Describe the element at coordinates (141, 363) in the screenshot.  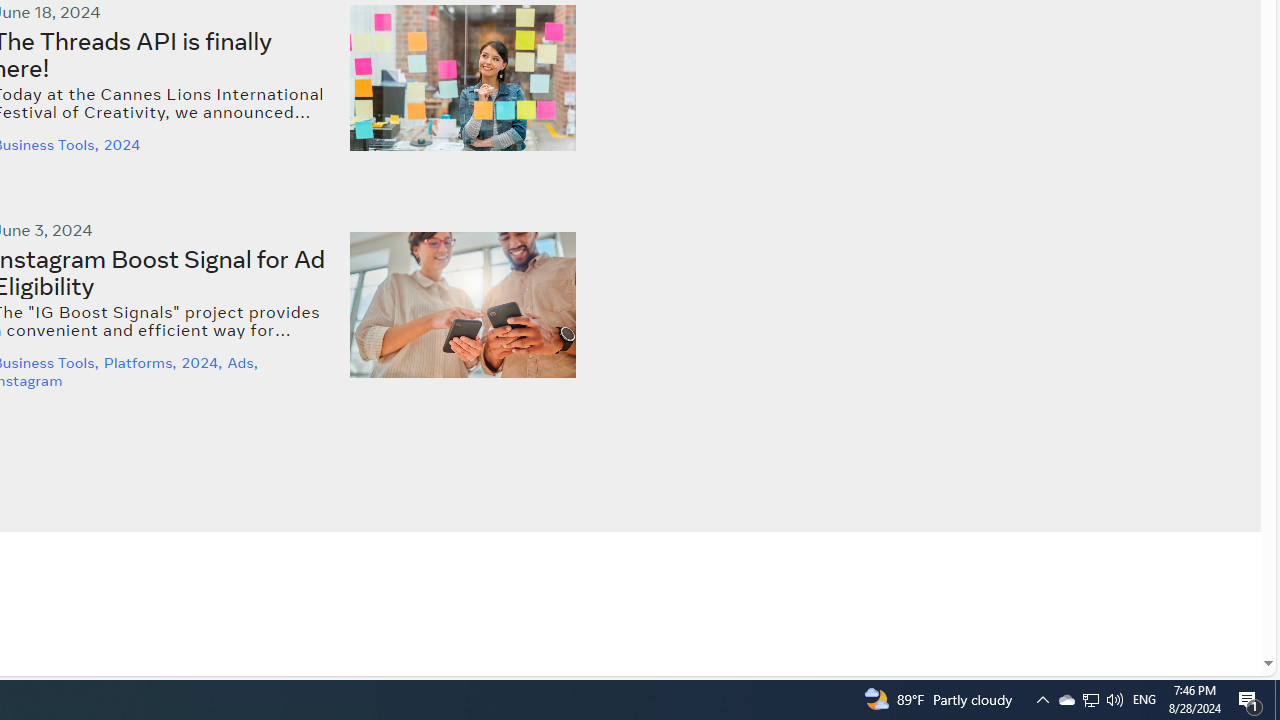
I see `'Platforms,'` at that location.